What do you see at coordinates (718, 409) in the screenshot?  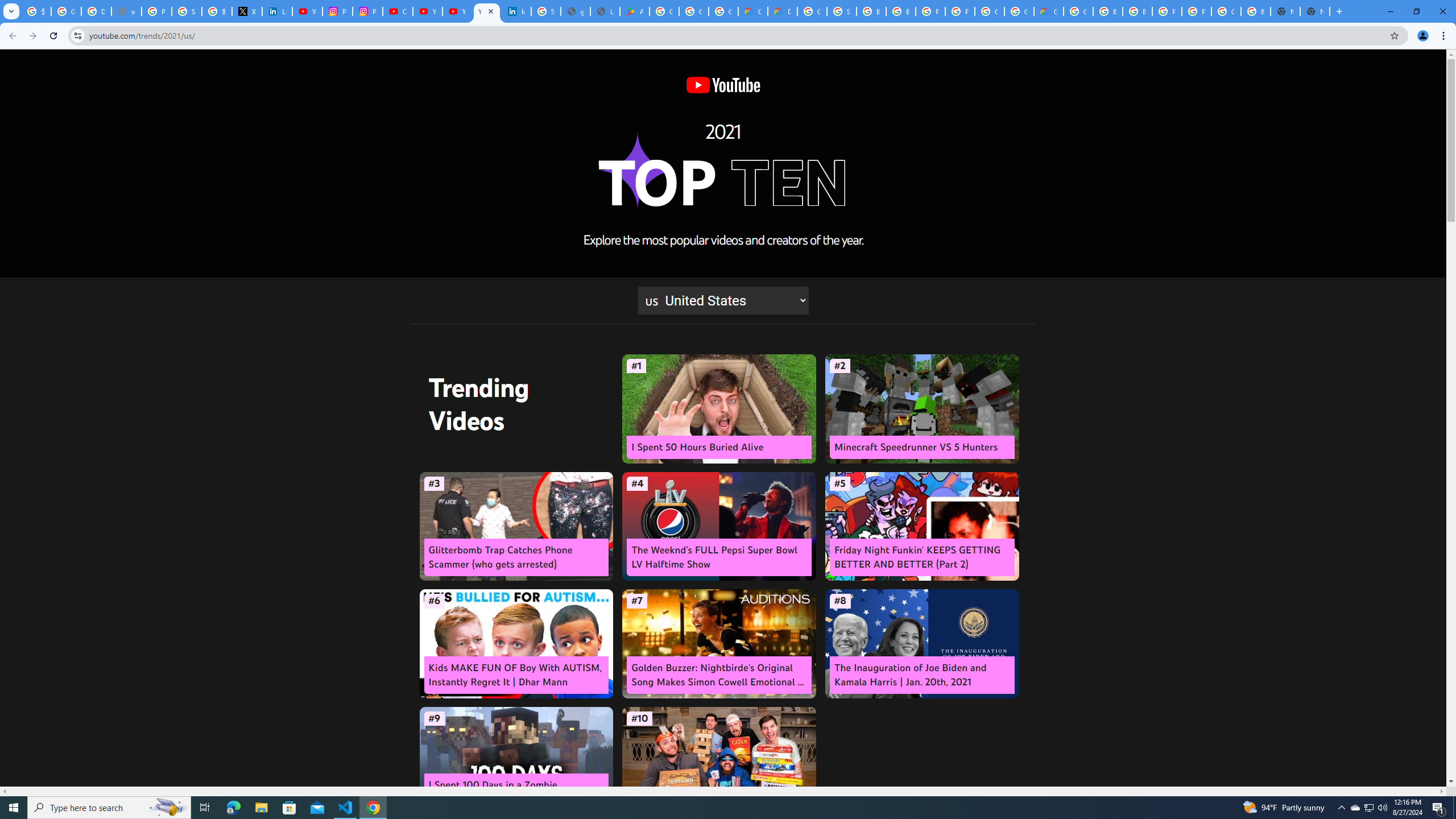 I see `'#1 I Spent 50 Hours Buried Alive'` at bounding box center [718, 409].